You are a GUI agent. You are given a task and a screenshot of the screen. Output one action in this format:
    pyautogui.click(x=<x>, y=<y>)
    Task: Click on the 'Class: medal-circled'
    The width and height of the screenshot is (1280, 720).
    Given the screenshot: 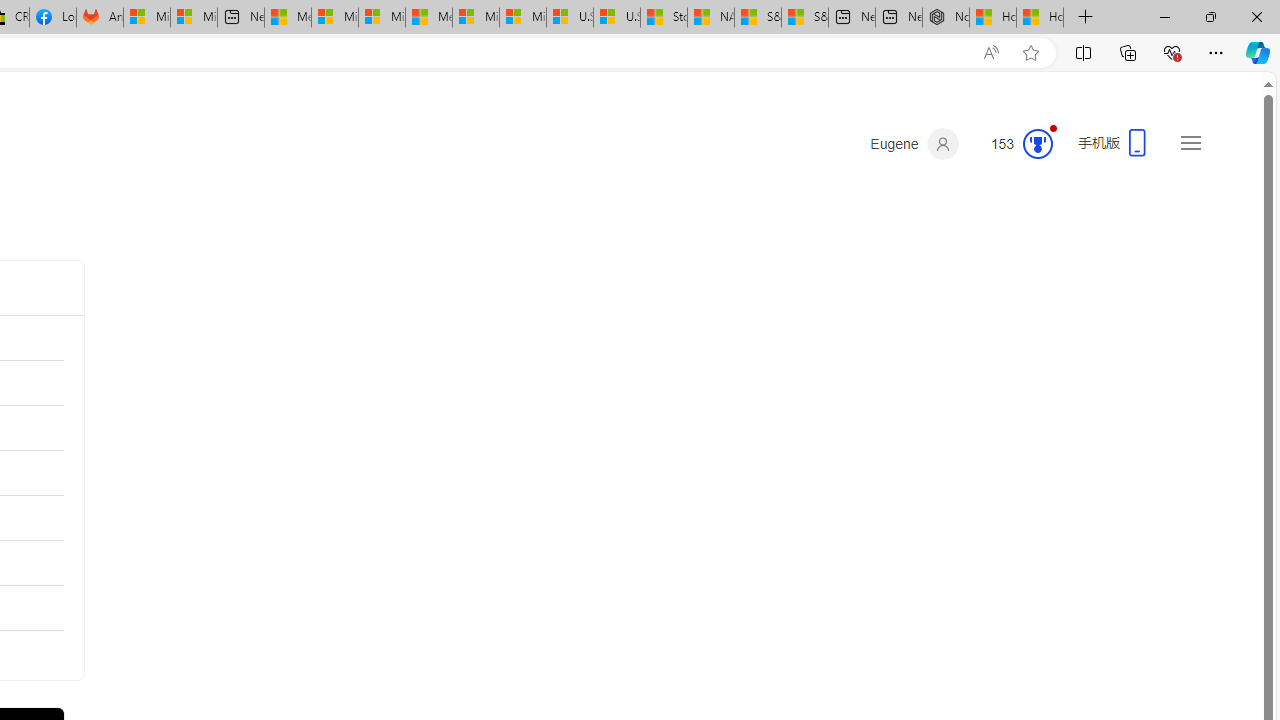 What is the action you would take?
    pyautogui.click(x=1037, y=143)
    